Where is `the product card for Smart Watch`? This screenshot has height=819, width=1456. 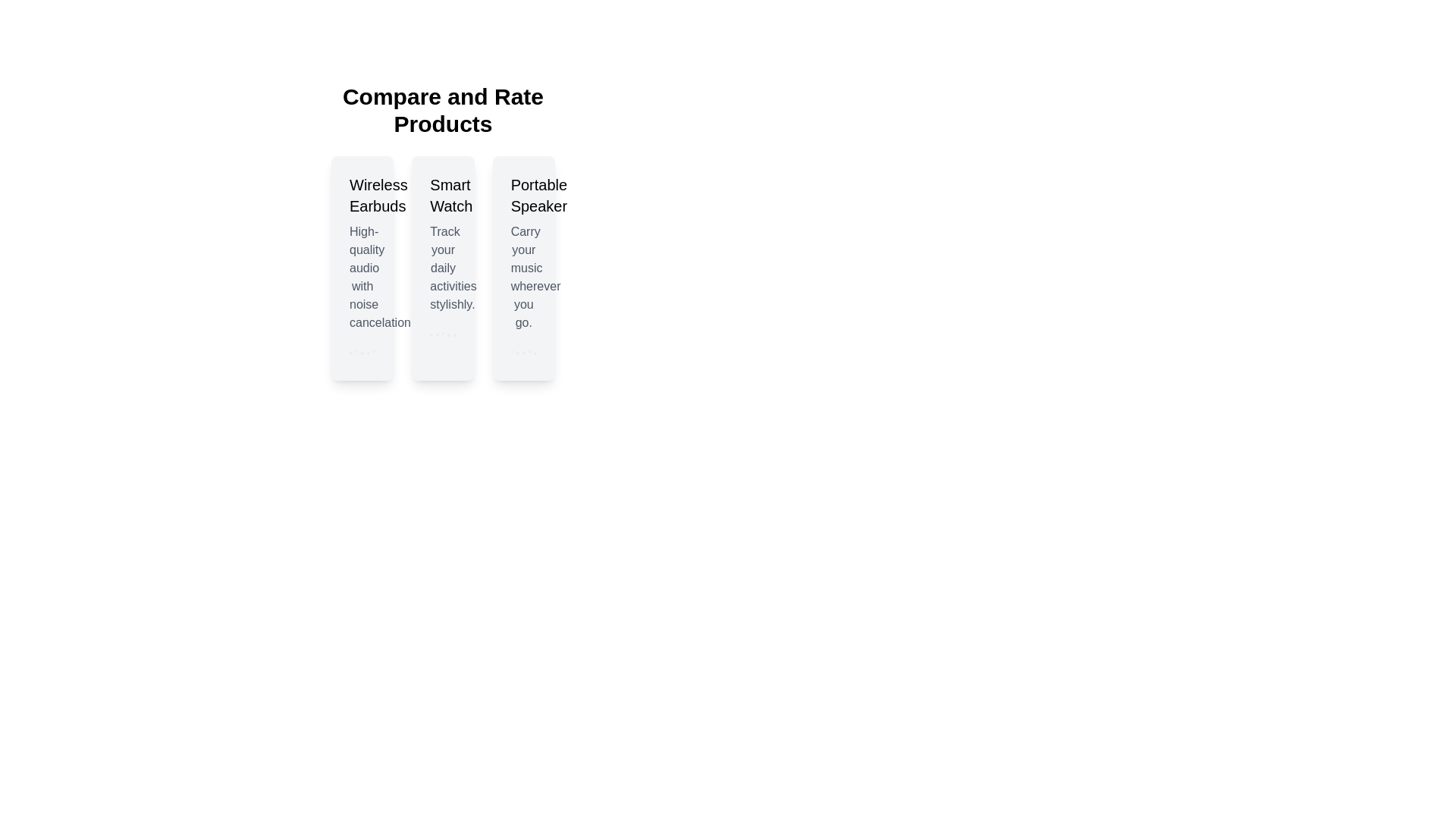 the product card for Smart Watch is located at coordinates (442, 268).